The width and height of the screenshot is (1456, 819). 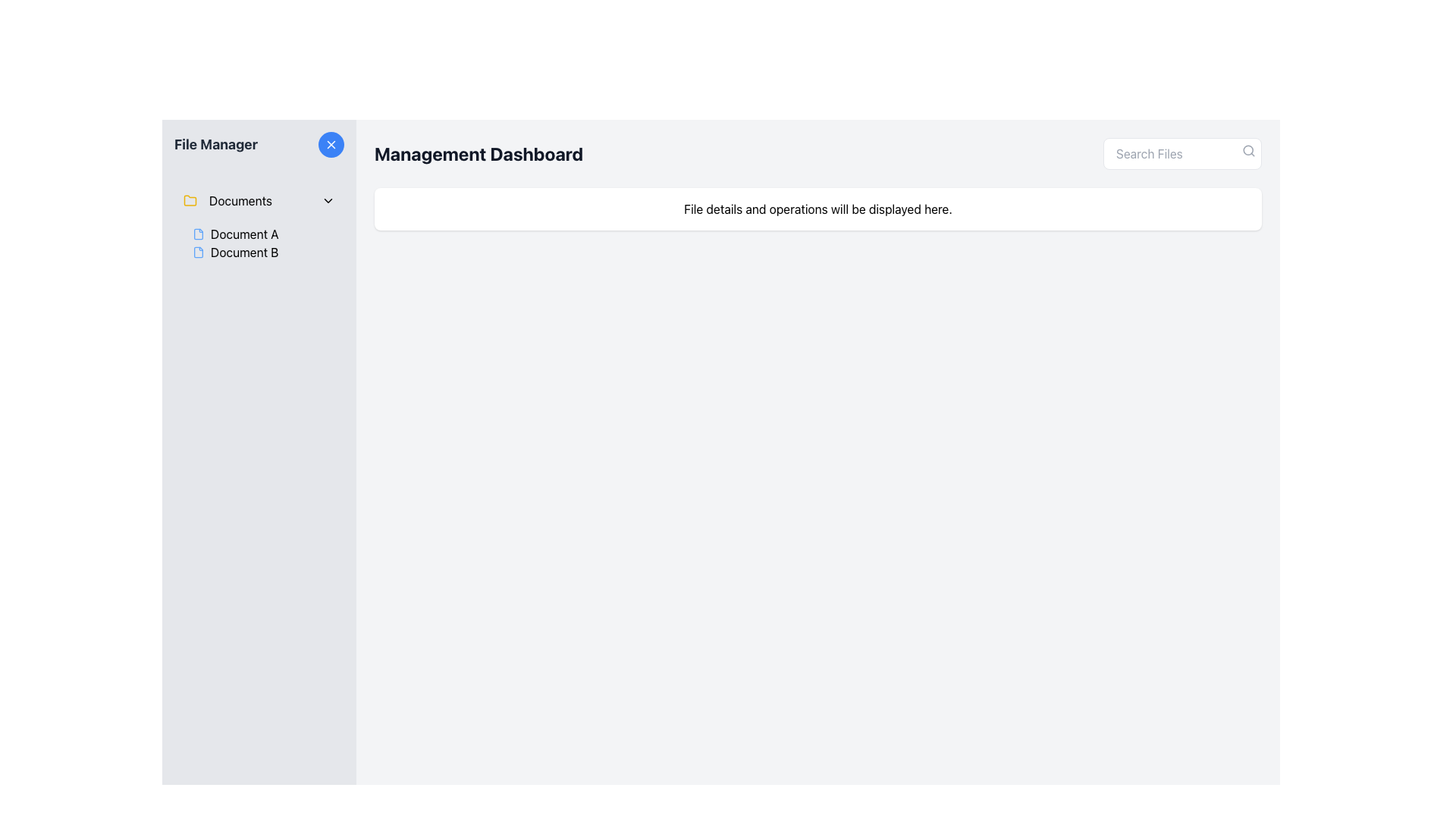 I want to click on the file icon represented by an outlined document shape in light blue color, located in the sidebar next to the label 'Document A', so click(x=198, y=234).